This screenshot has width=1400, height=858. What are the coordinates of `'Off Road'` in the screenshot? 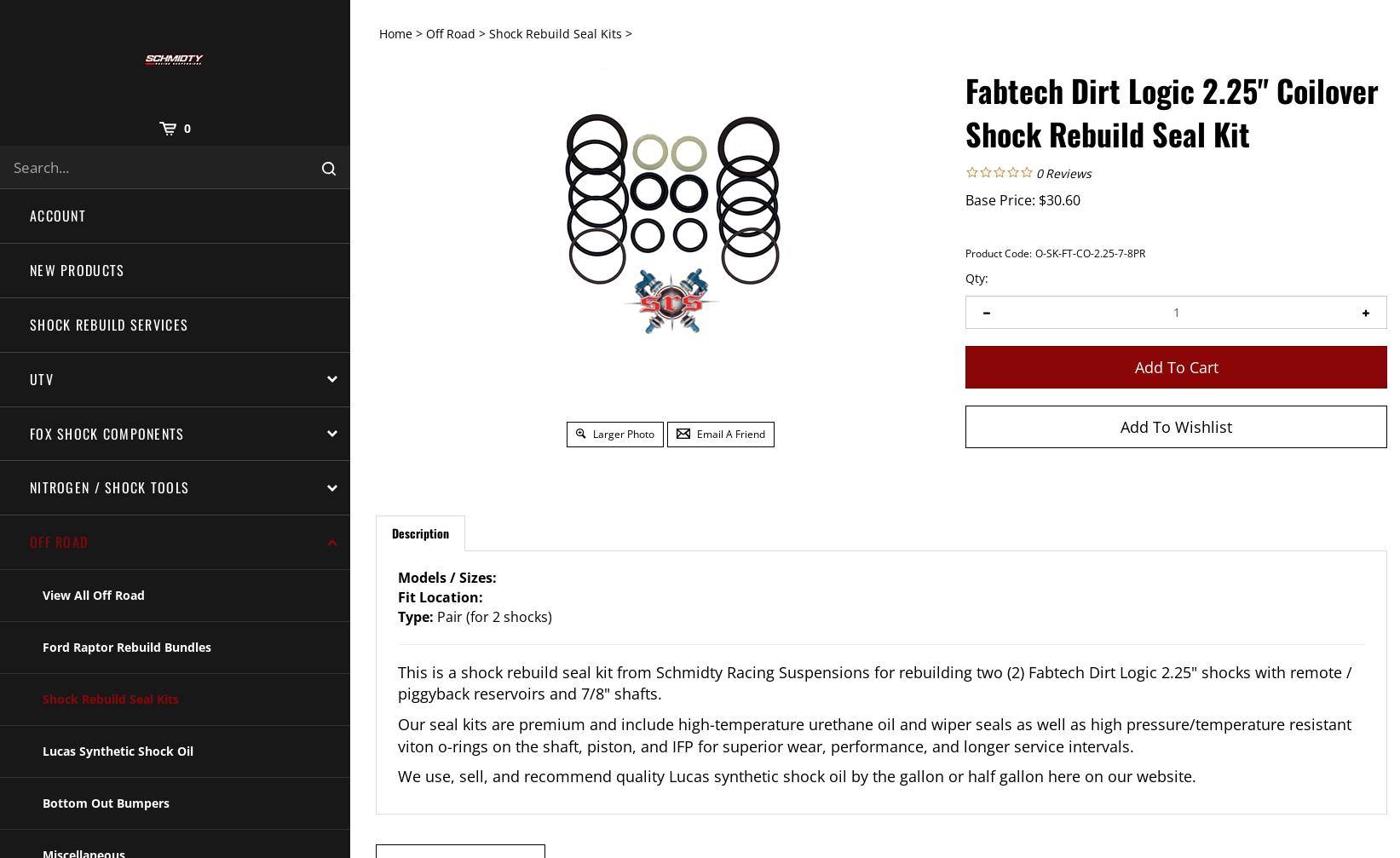 It's located at (449, 33).